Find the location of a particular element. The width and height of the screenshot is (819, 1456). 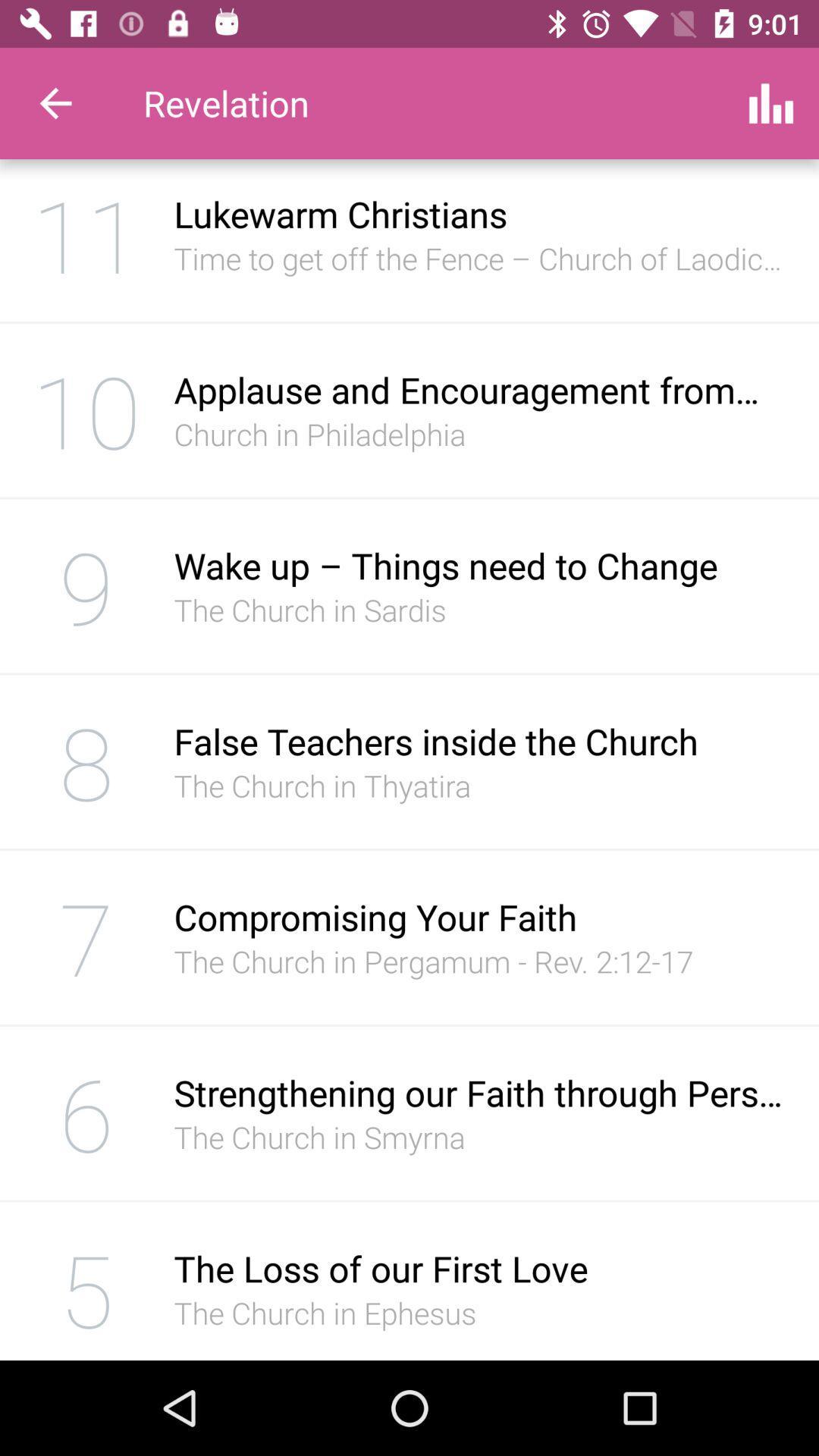

the item to the left of revelation is located at coordinates (55, 102).